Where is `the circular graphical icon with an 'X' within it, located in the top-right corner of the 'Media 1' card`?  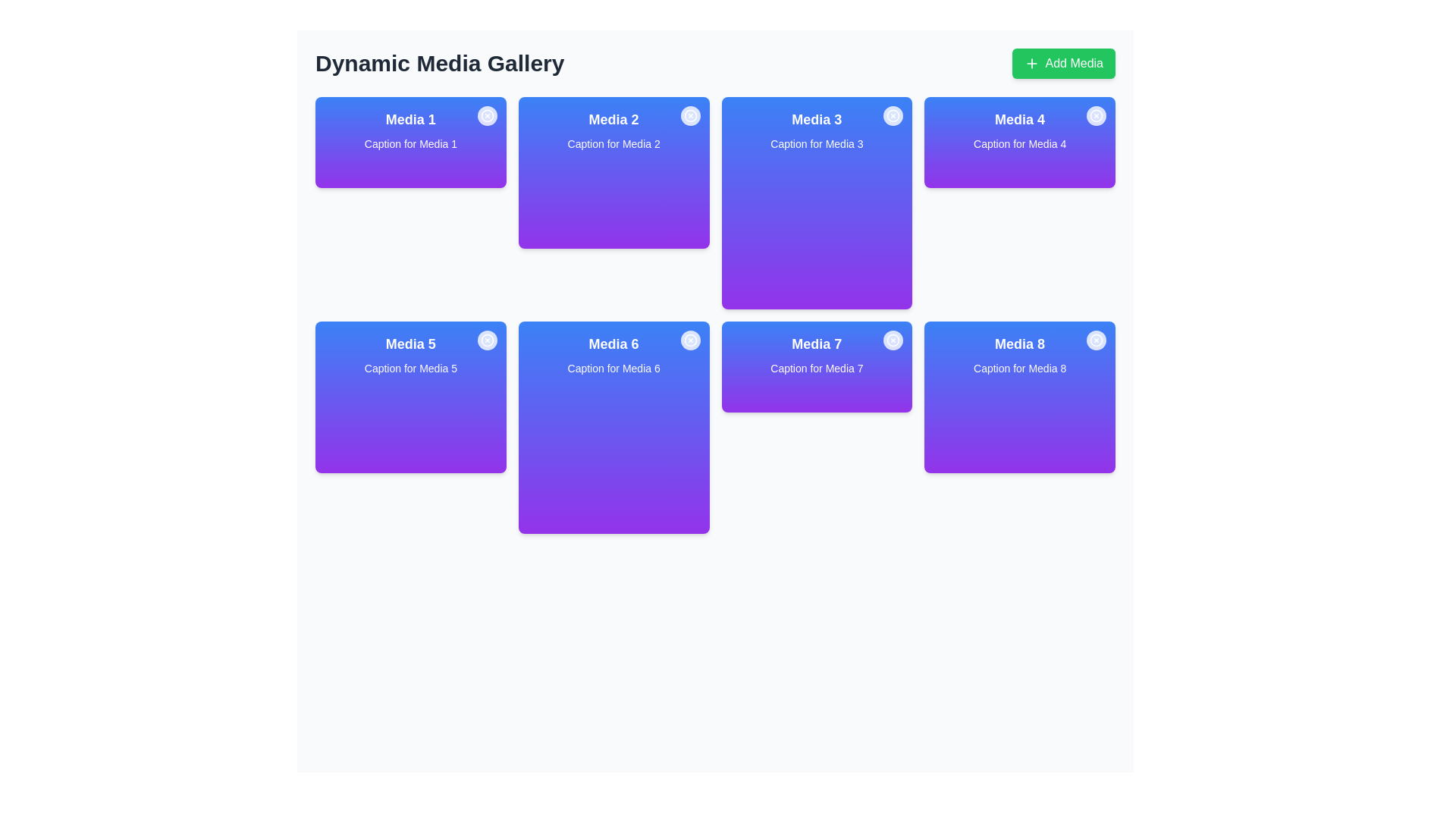
the circular graphical icon with an 'X' within it, located in the top-right corner of the 'Media 1' card is located at coordinates (487, 115).